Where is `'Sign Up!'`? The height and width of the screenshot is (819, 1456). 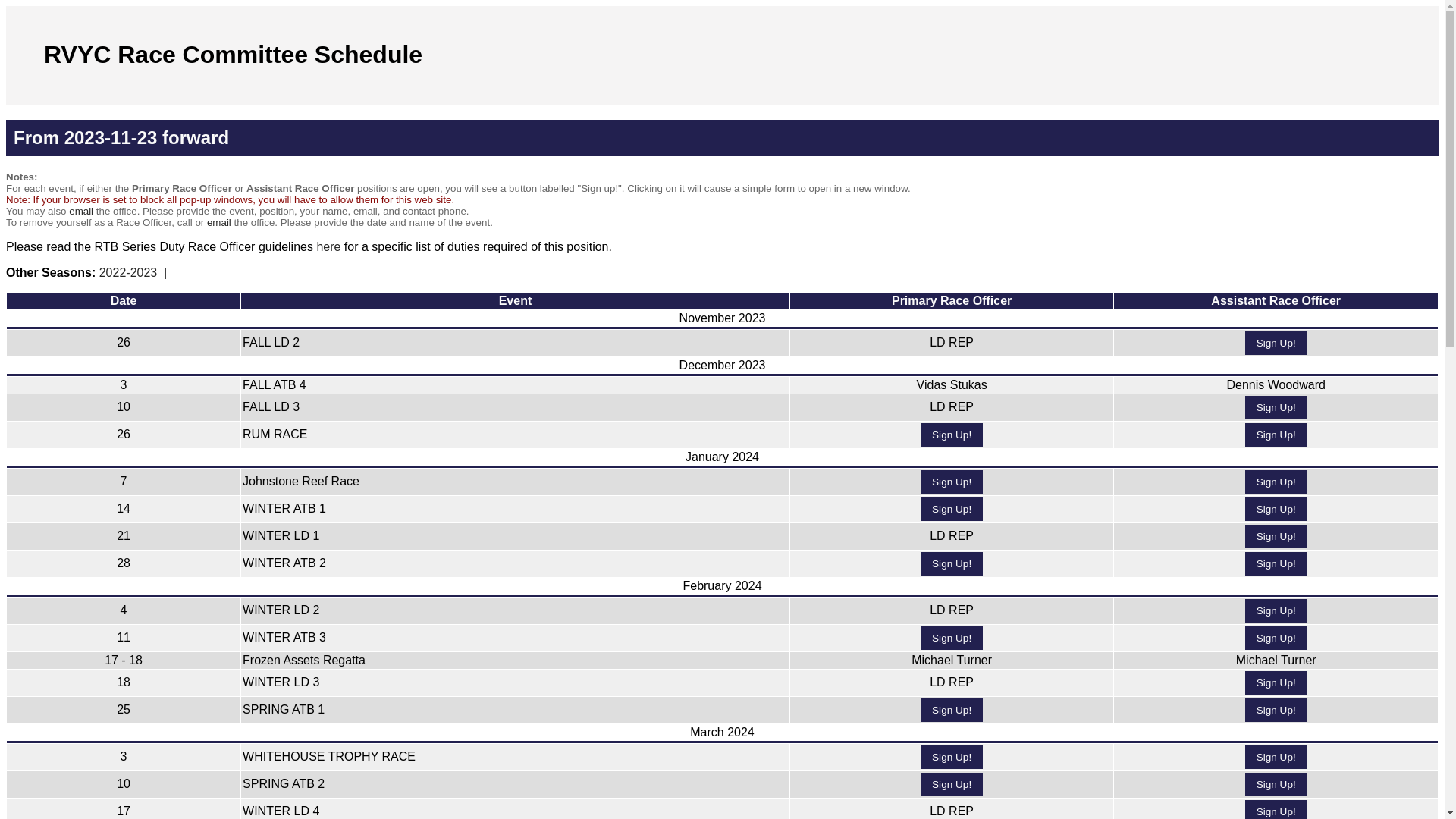
'Sign Up!' is located at coordinates (1276, 406).